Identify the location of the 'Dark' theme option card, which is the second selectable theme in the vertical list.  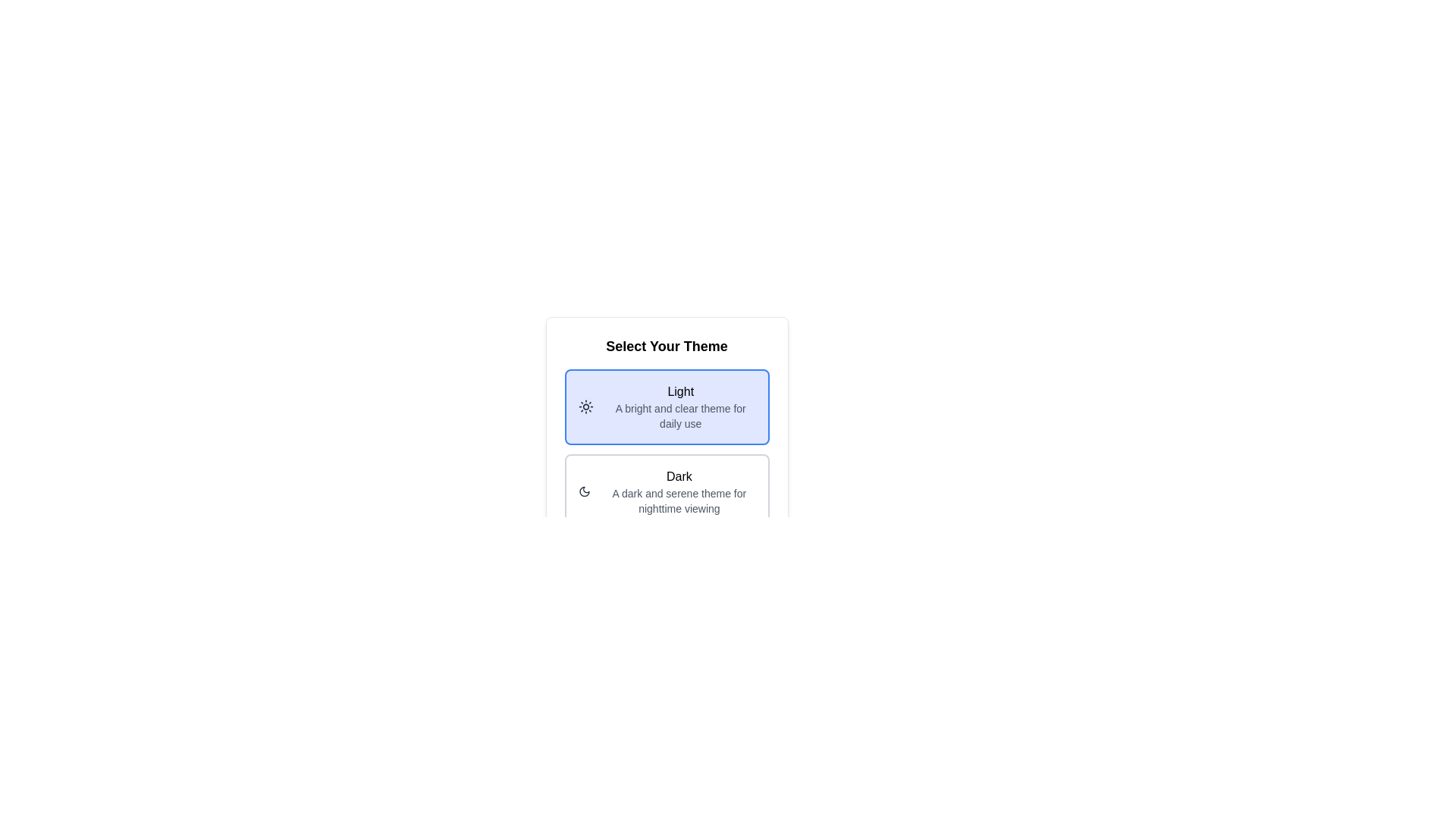
(667, 491).